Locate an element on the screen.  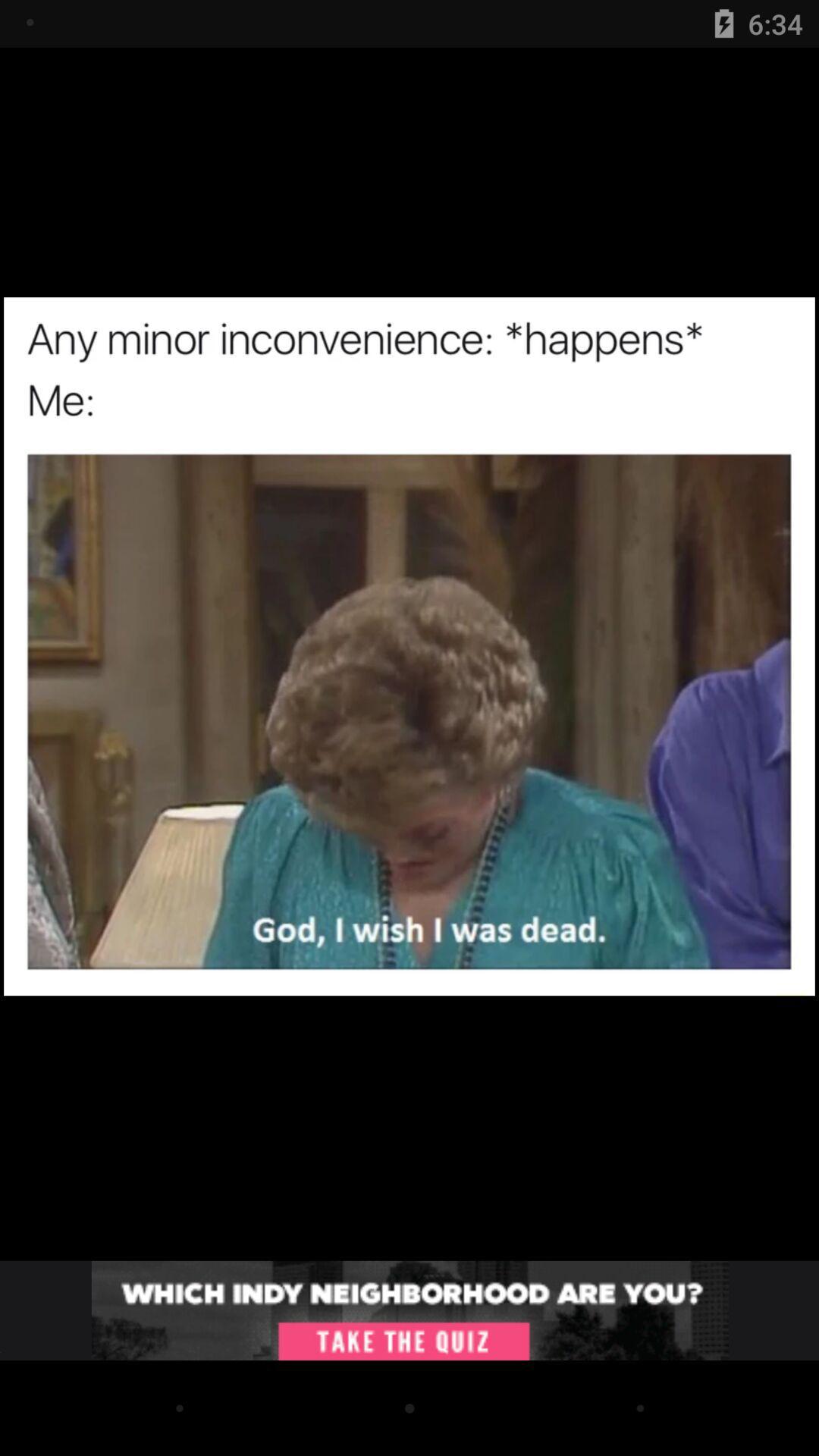
open page is located at coordinates (409, 1310).